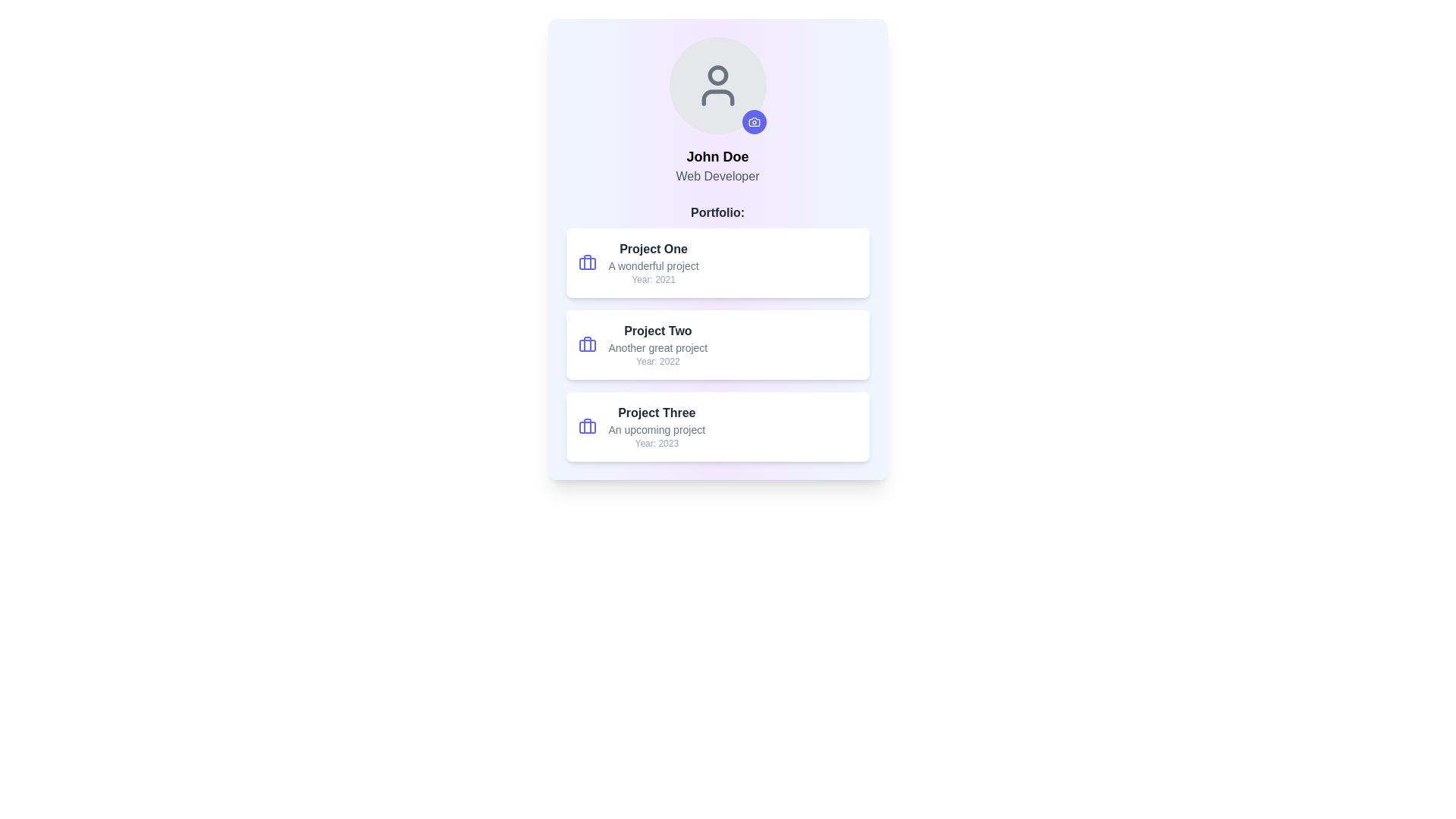  What do you see at coordinates (586, 262) in the screenshot?
I see `the vertical section of the briefcase icon representing 'Project One', located in the center-right part of the icon` at bounding box center [586, 262].